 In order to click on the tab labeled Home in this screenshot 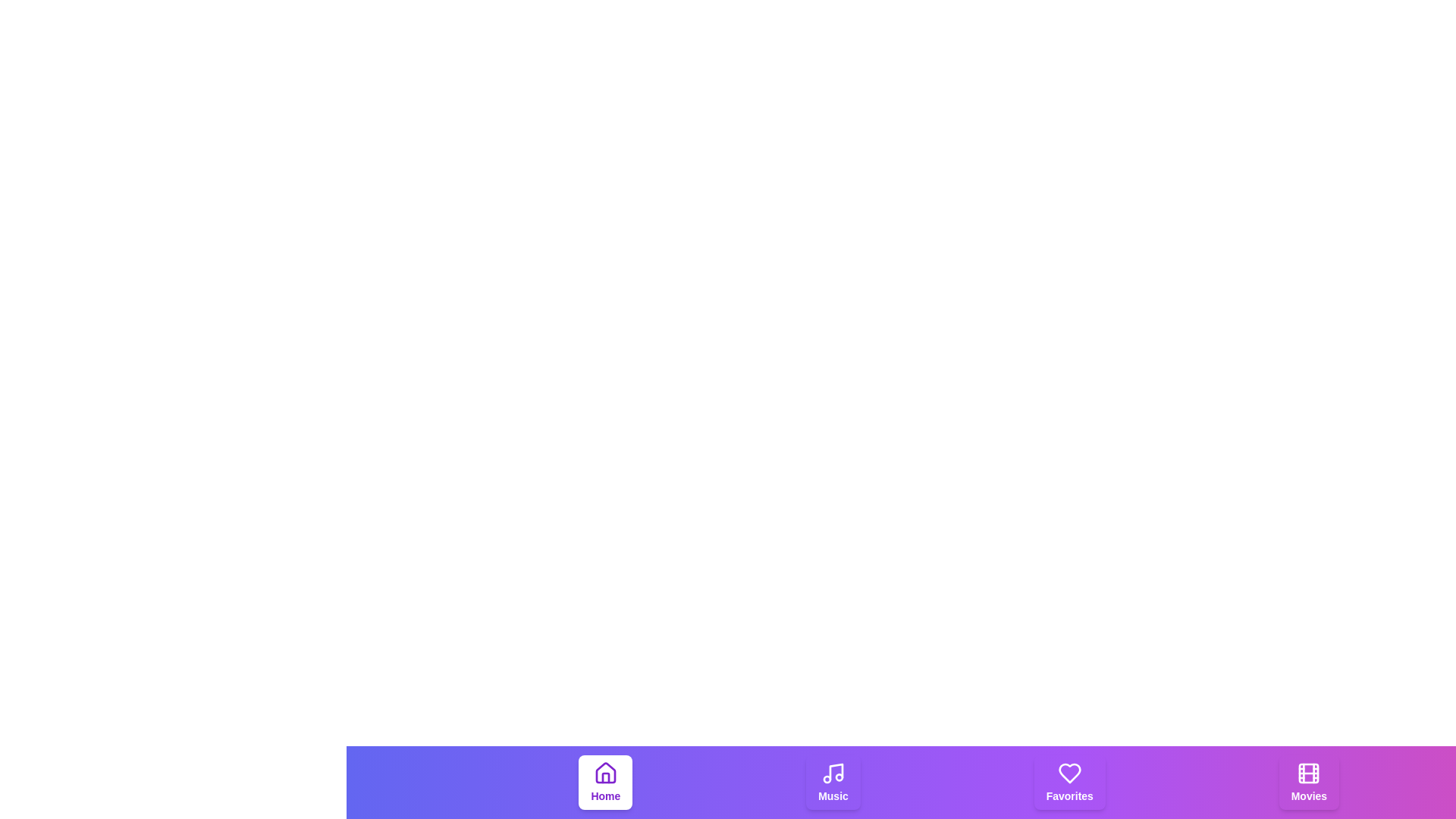, I will do `click(604, 783)`.